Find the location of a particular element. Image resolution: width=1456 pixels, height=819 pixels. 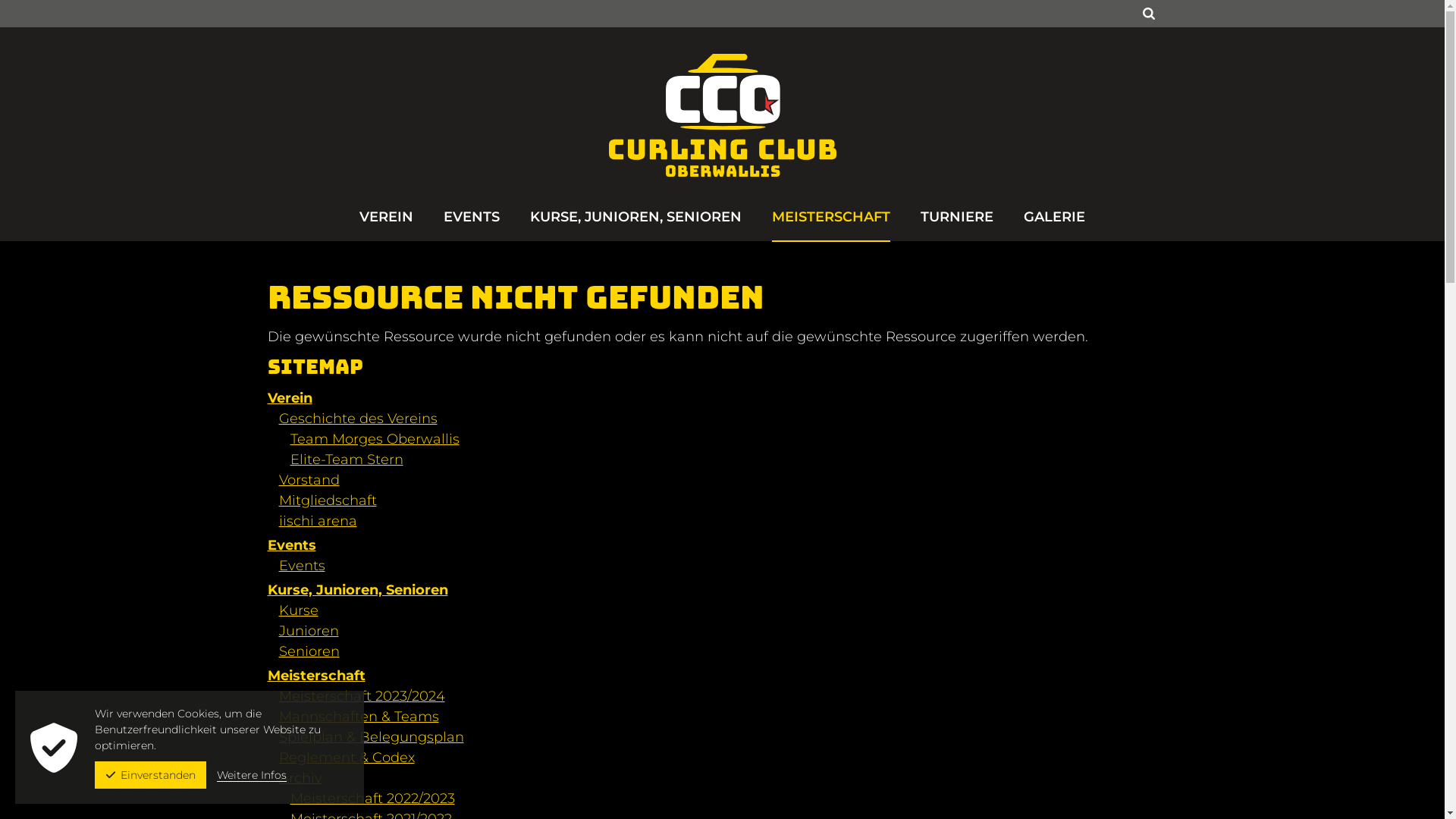

'Junioren' is located at coordinates (308, 631).